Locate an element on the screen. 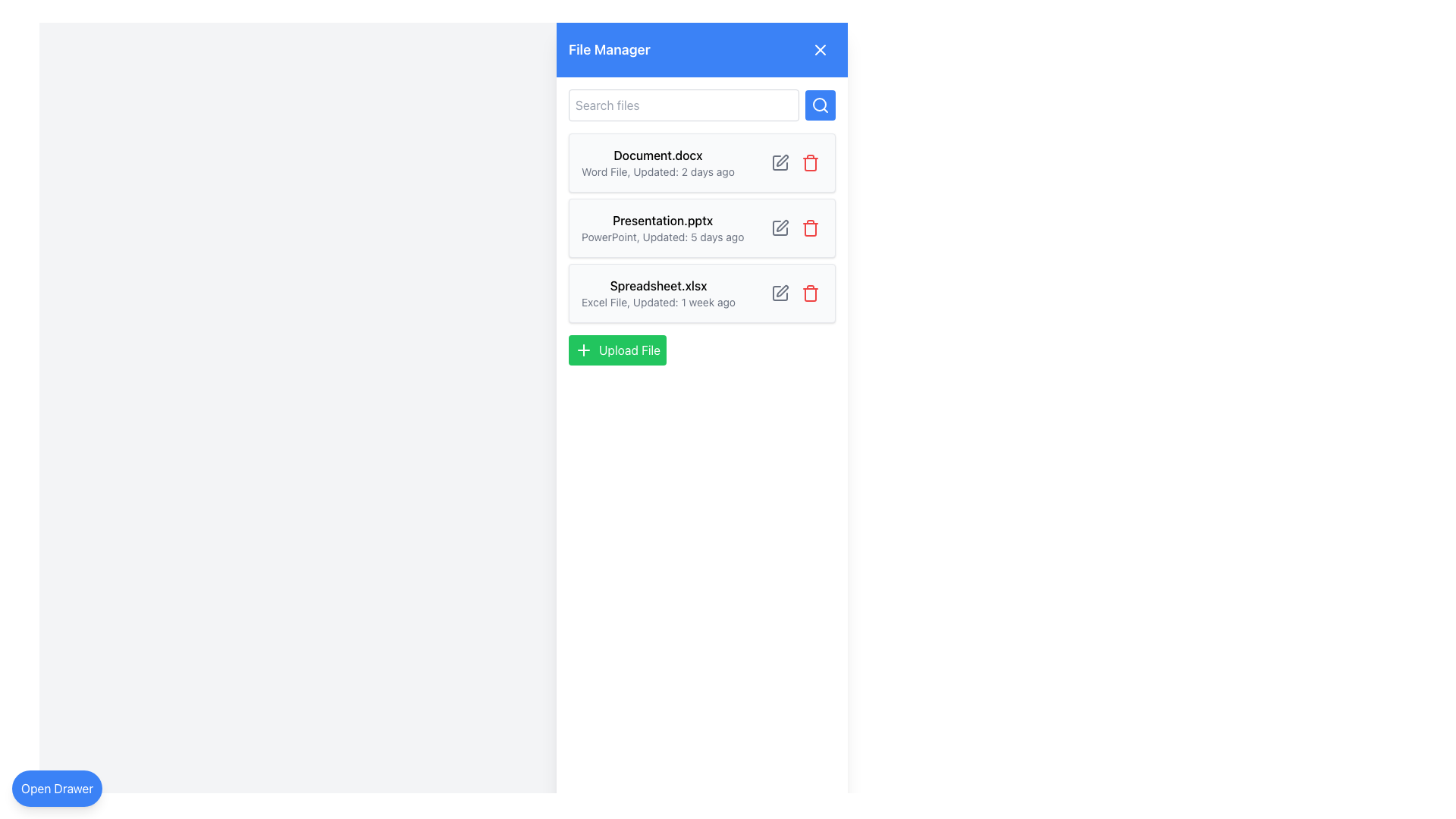 This screenshot has height=819, width=1456. the text label displaying 'Document.docx', which is styled with medium weight font in black on a light background, located as the primary headline of the first file entry in a vertical list within the file management interface is located at coordinates (658, 155).